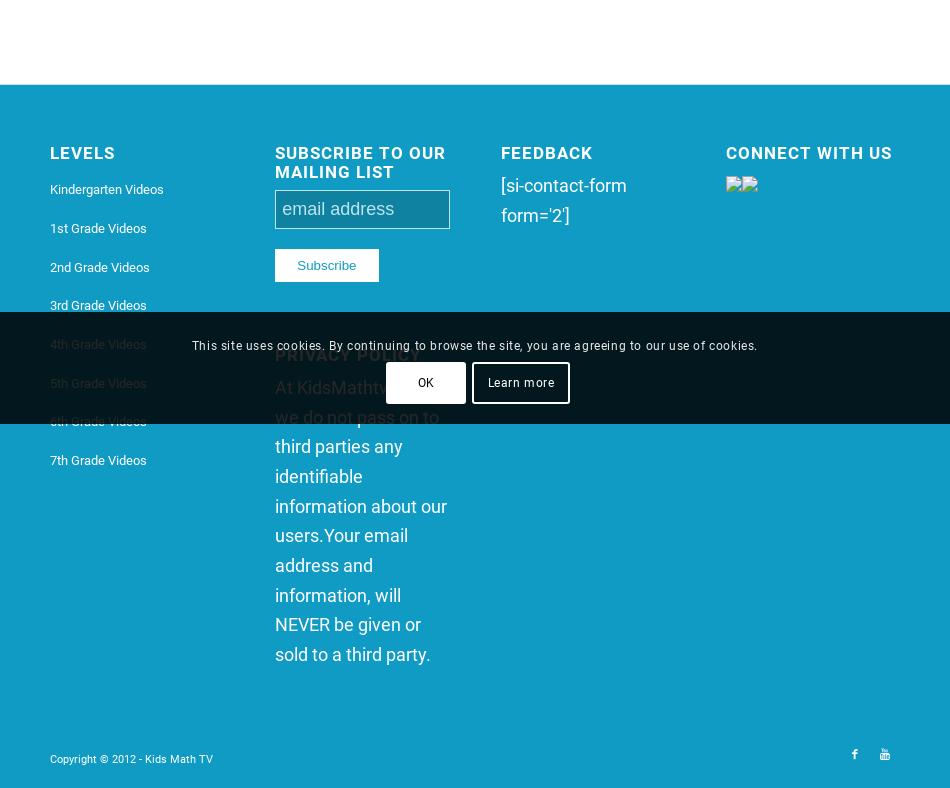 This screenshot has width=950, height=788. What do you see at coordinates (178, 758) in the screenshot?
I see `'Kids Math TV'` at bounding box center [178, 758].